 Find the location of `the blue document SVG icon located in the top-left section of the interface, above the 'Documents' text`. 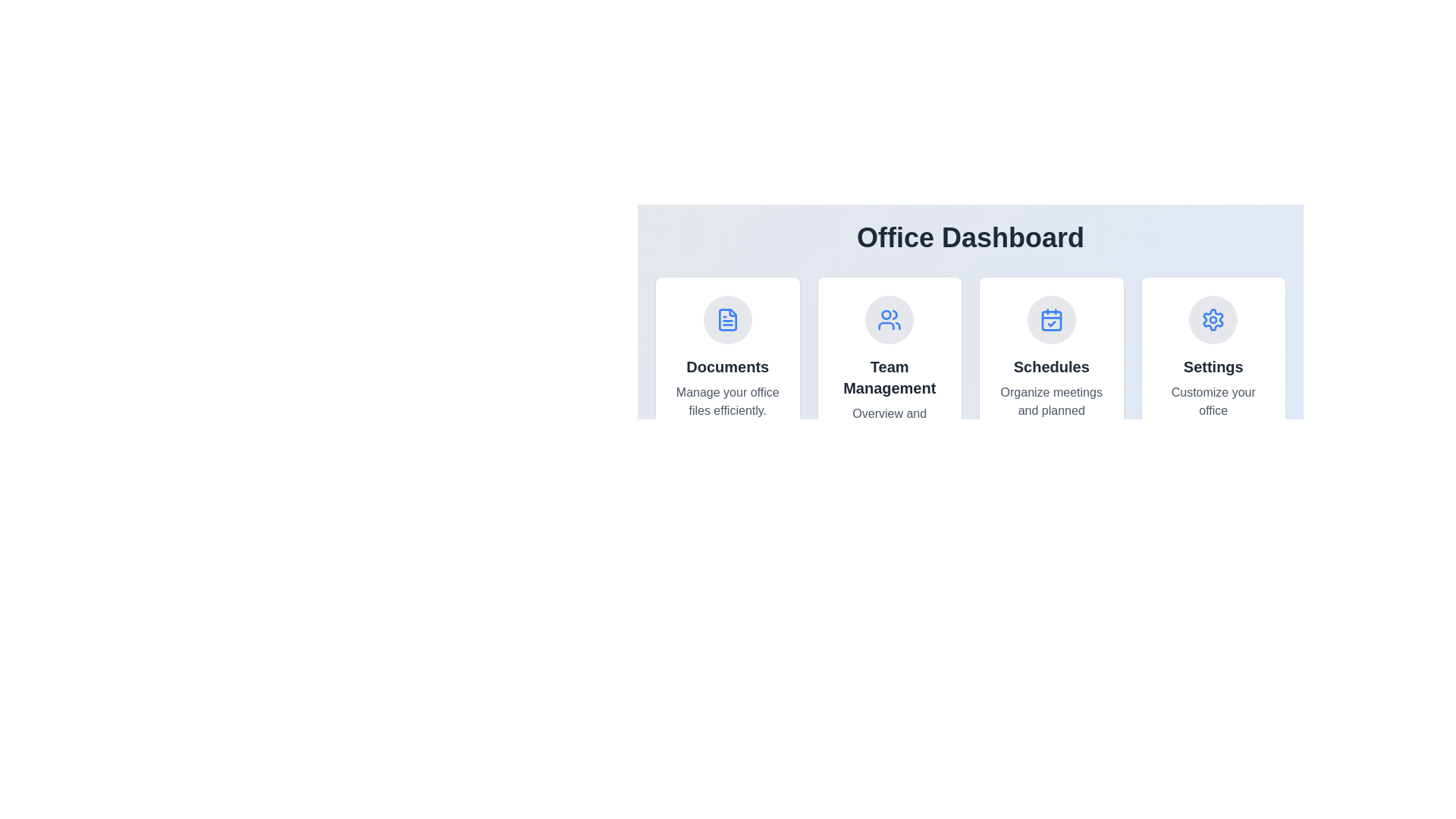

the blue document SVG icon located in the top-left section of the interface, above the 'Documents' text is located at coordinates (726, 318).